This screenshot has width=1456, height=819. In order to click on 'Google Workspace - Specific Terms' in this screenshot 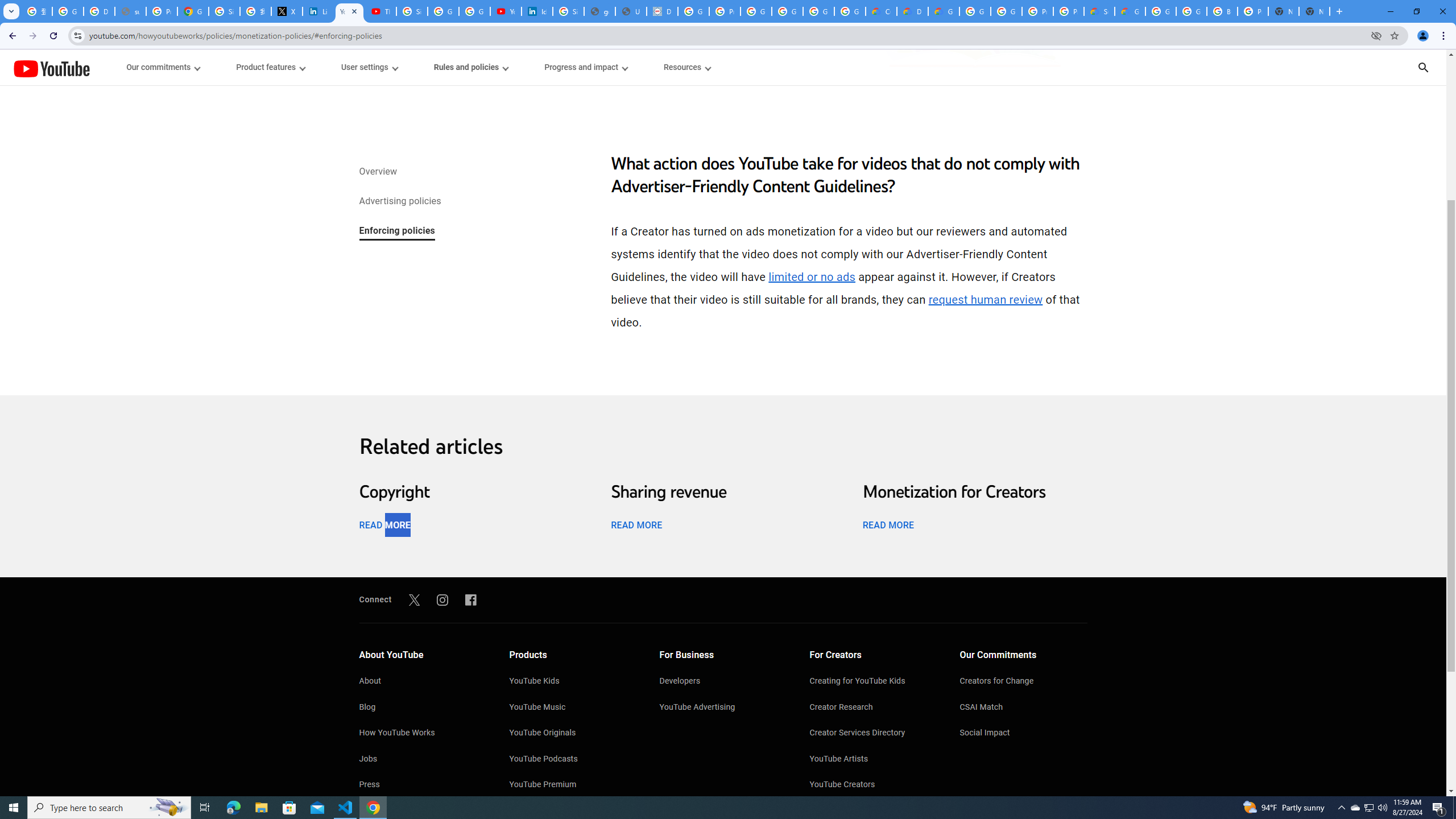, I will do `click(818, 11)`.